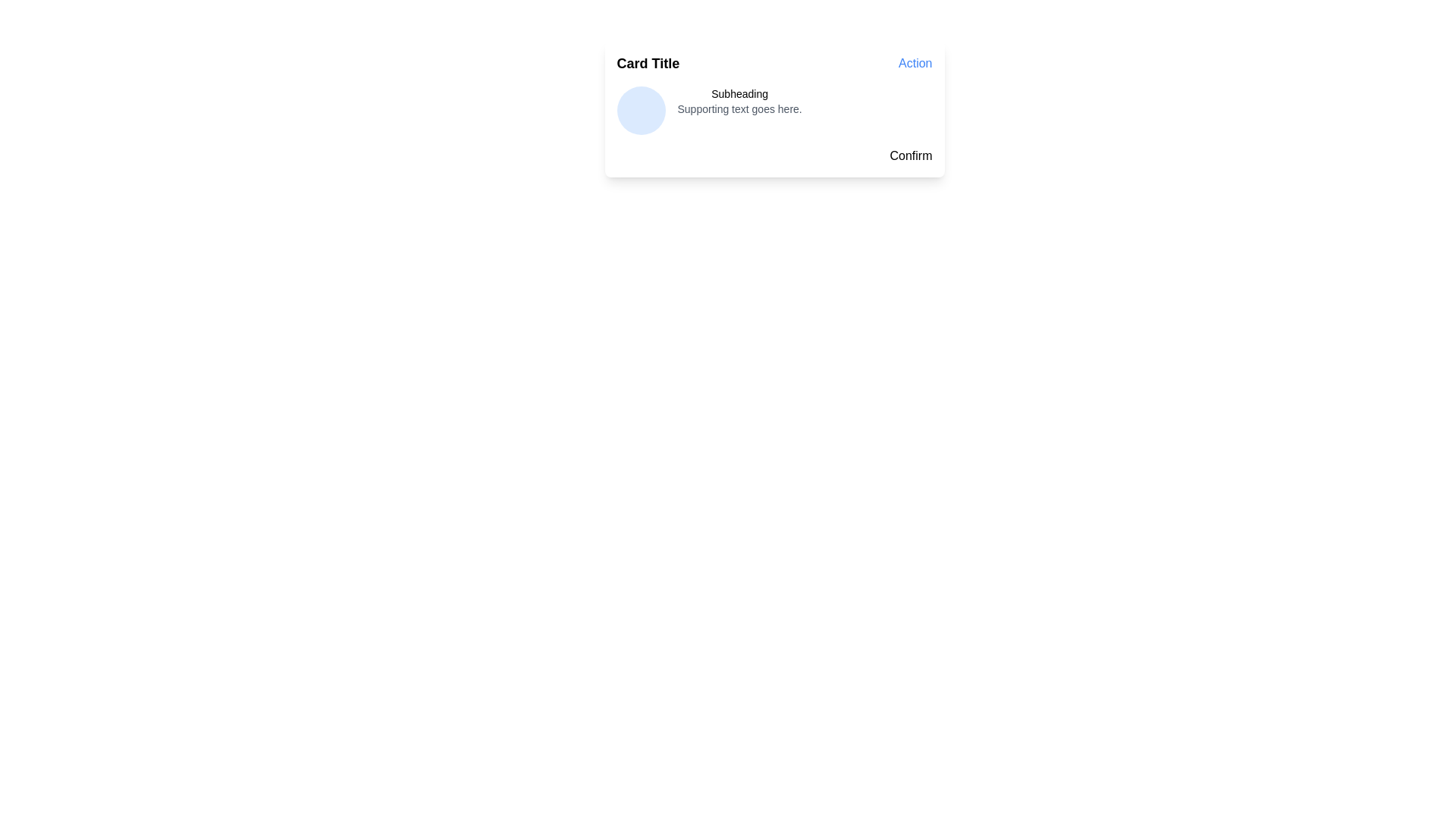 The width and height of the screenshot is (1456, 819). I want to click on the Header Text that serves as a title for the card, positioned at the top-left corner of the card component, so click(648, 63).